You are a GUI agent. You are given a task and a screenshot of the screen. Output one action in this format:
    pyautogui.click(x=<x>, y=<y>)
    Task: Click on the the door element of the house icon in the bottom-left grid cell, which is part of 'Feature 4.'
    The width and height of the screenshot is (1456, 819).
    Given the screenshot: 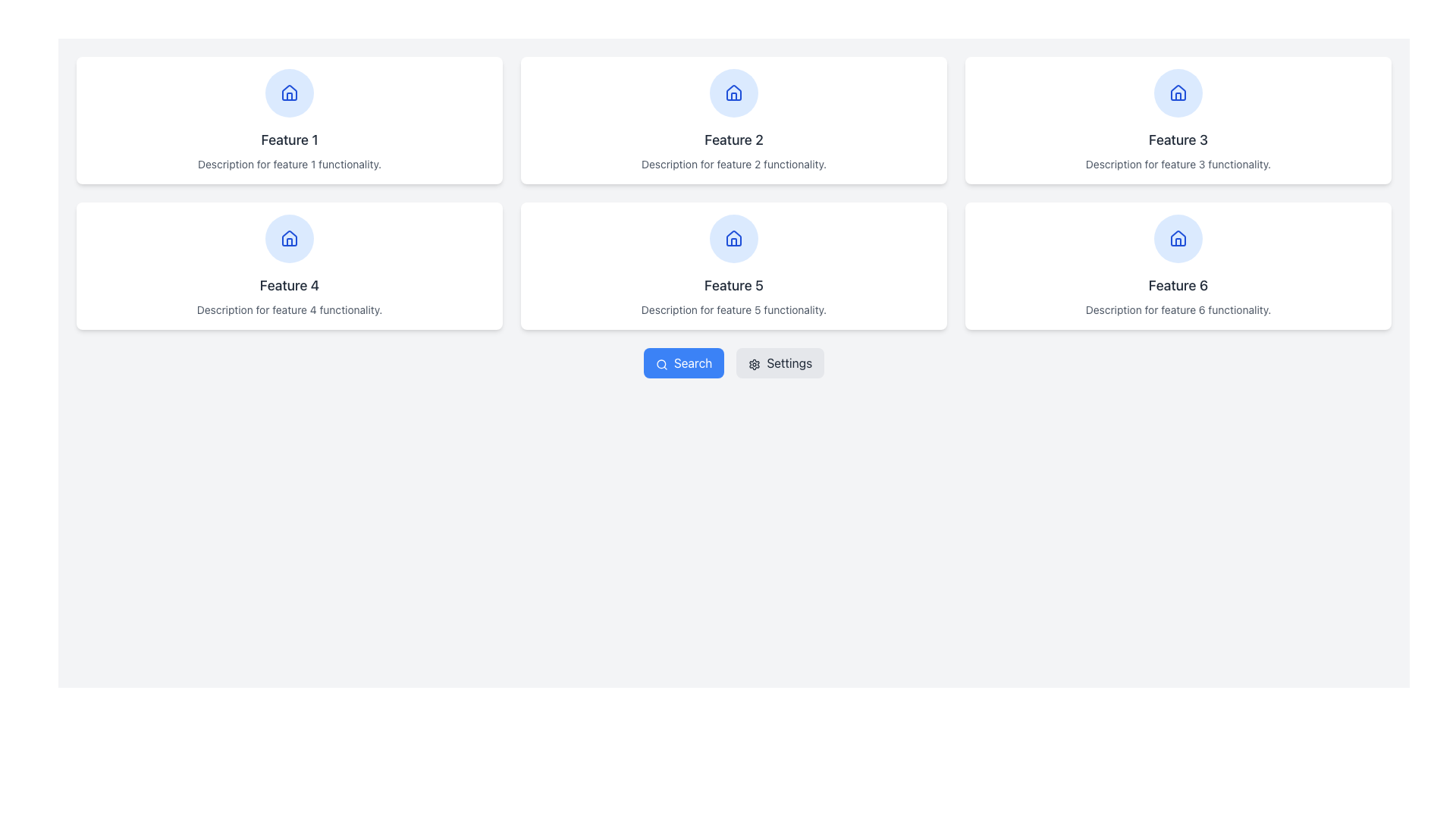 What is the action you would take?
    pyautogui.click(x=290, y=241)
    